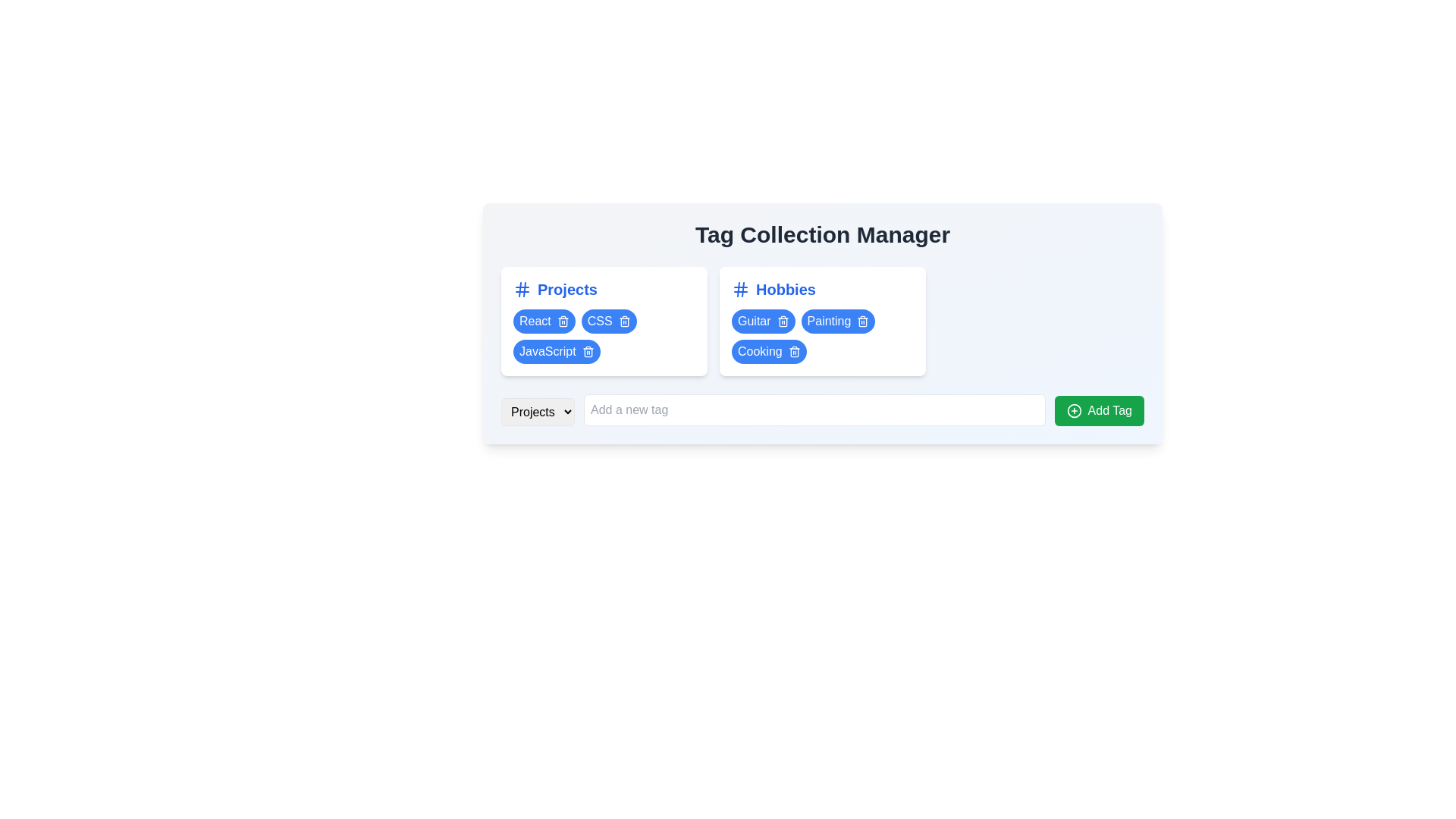 This screenshot has width=1456, height=819. What do you see at coordinates (544, 321) in the screenshot?
I see `the 'React' tag, which has a blue background and white text, located within the 'Projects' group of tags` at bounding box center [544, 321].